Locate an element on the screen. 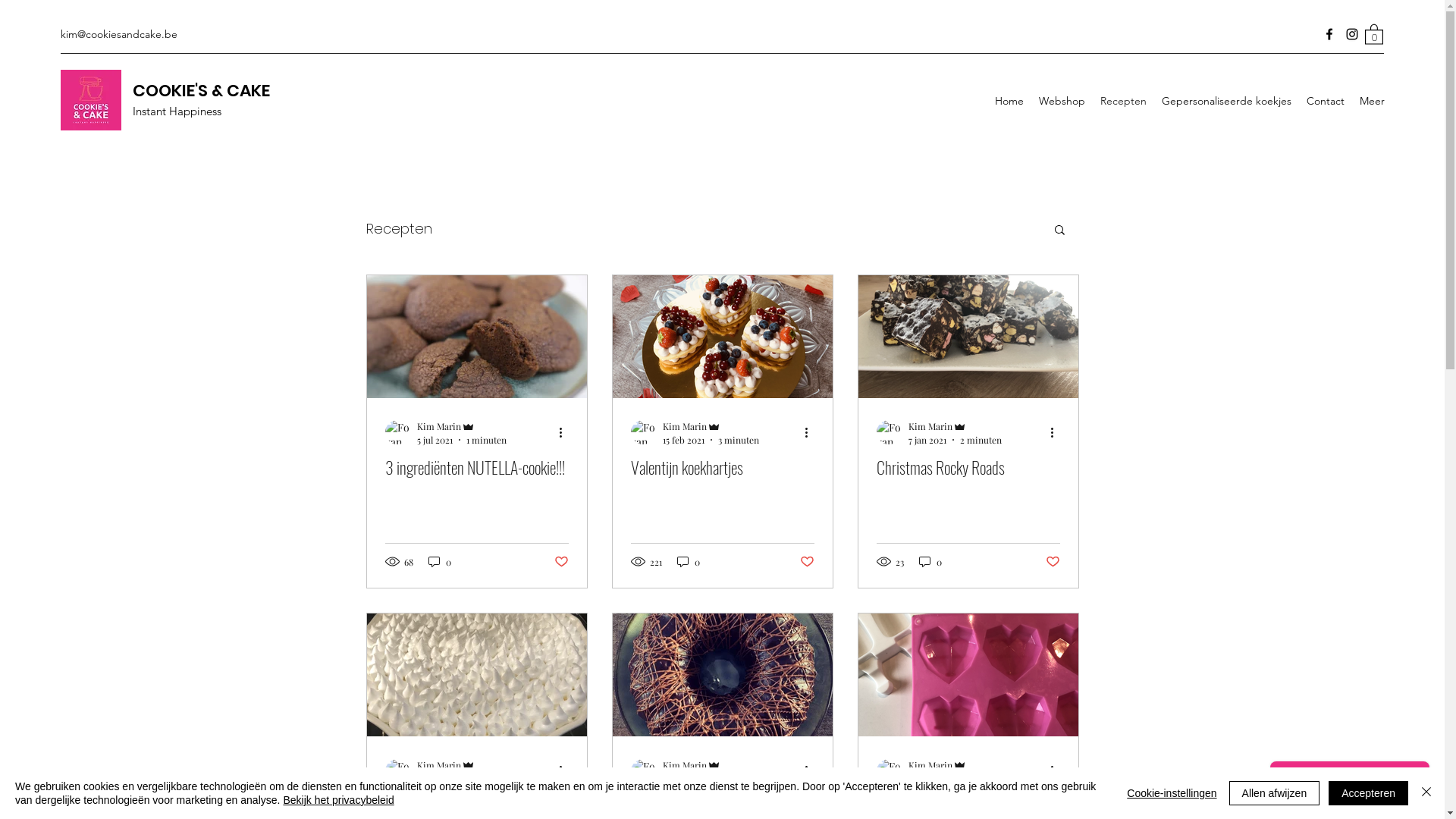  'Home' is located at coordinates (1009, 100).